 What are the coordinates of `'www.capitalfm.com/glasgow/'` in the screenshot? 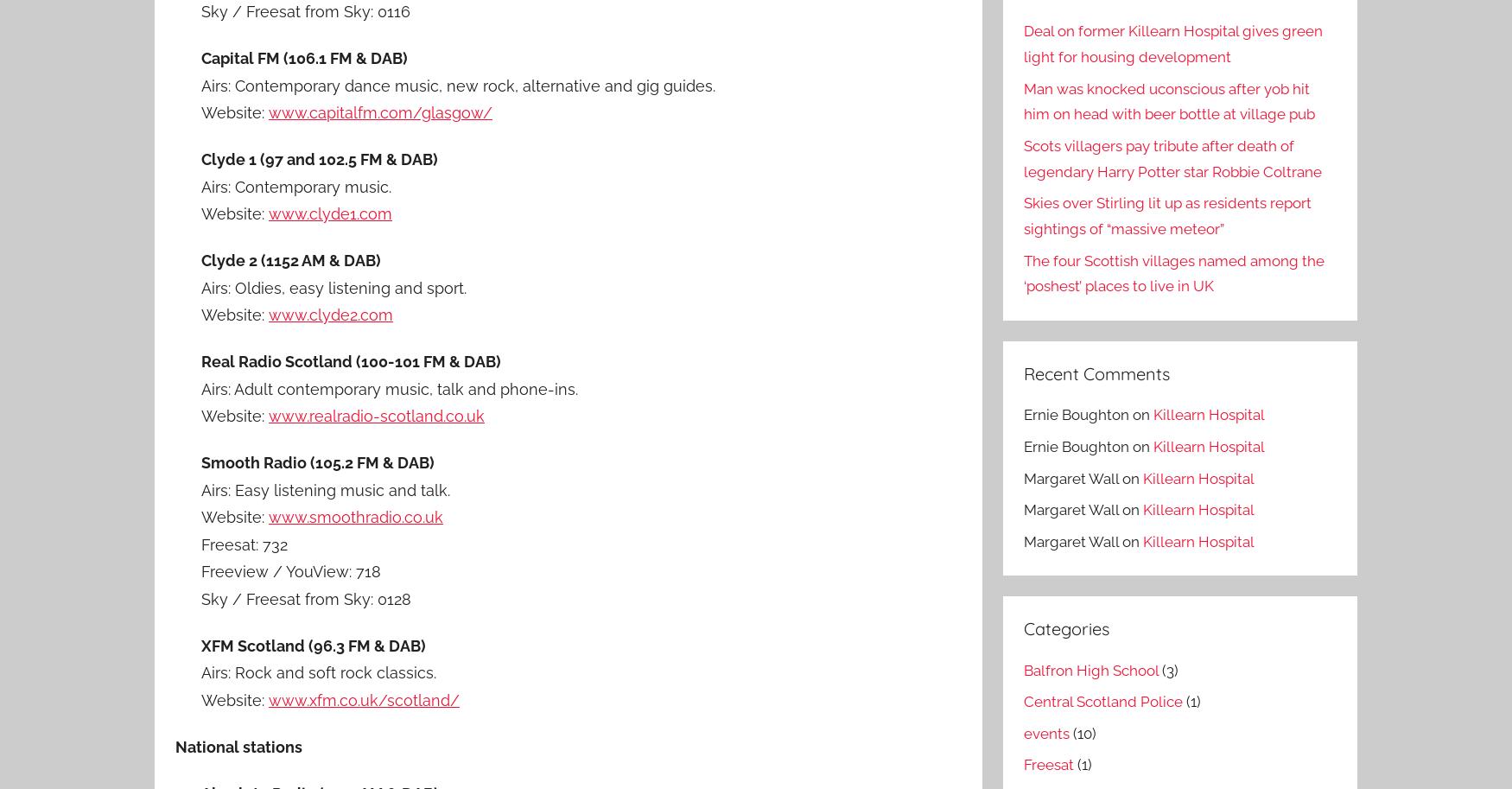 It's located at (267, 111).